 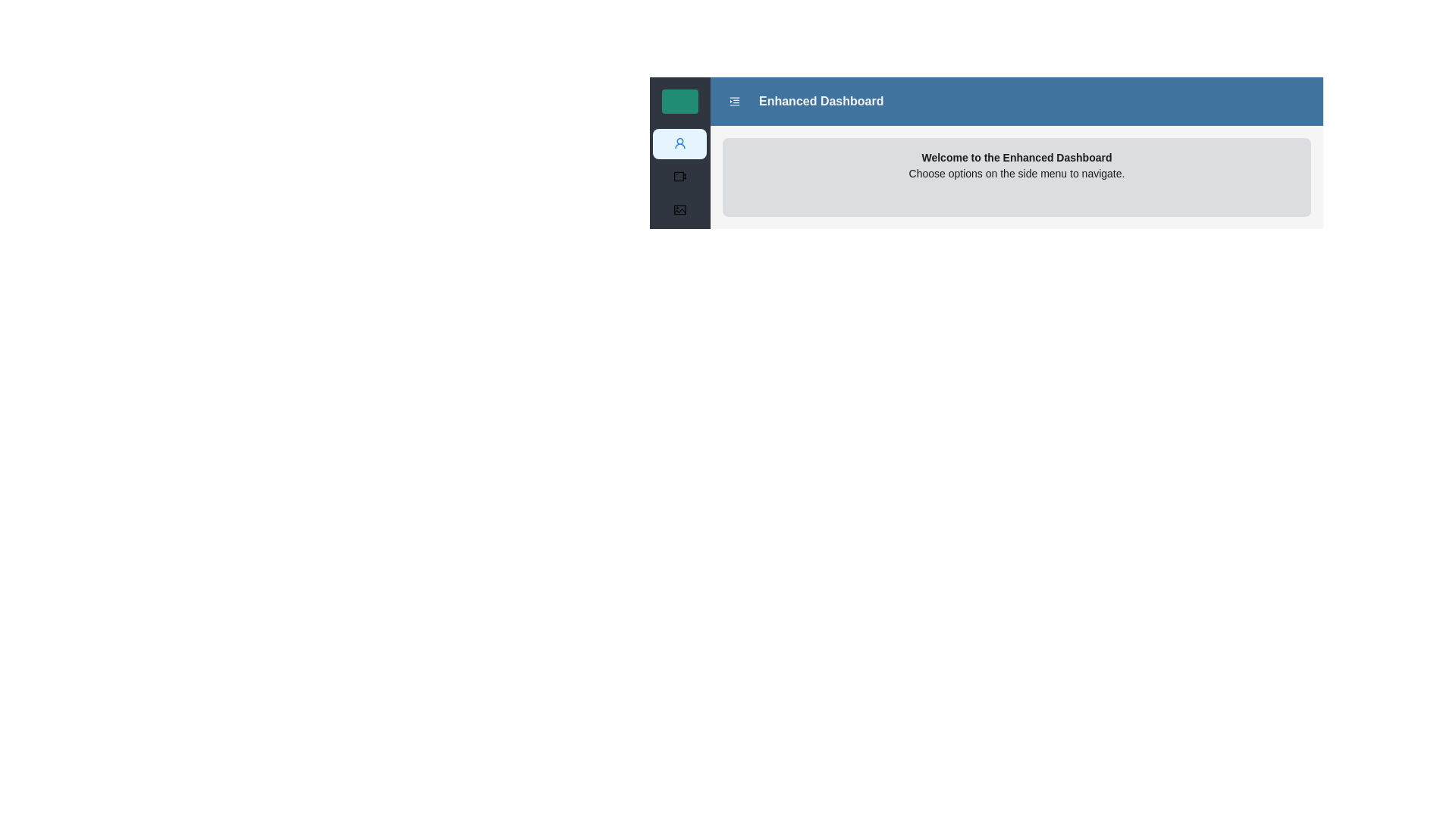 What do you see at coordinates (679, 143) in the screenshot?
I see `the user profile icon located in the second position from the top of the sidebar menu` at bounding box center [679, 143].